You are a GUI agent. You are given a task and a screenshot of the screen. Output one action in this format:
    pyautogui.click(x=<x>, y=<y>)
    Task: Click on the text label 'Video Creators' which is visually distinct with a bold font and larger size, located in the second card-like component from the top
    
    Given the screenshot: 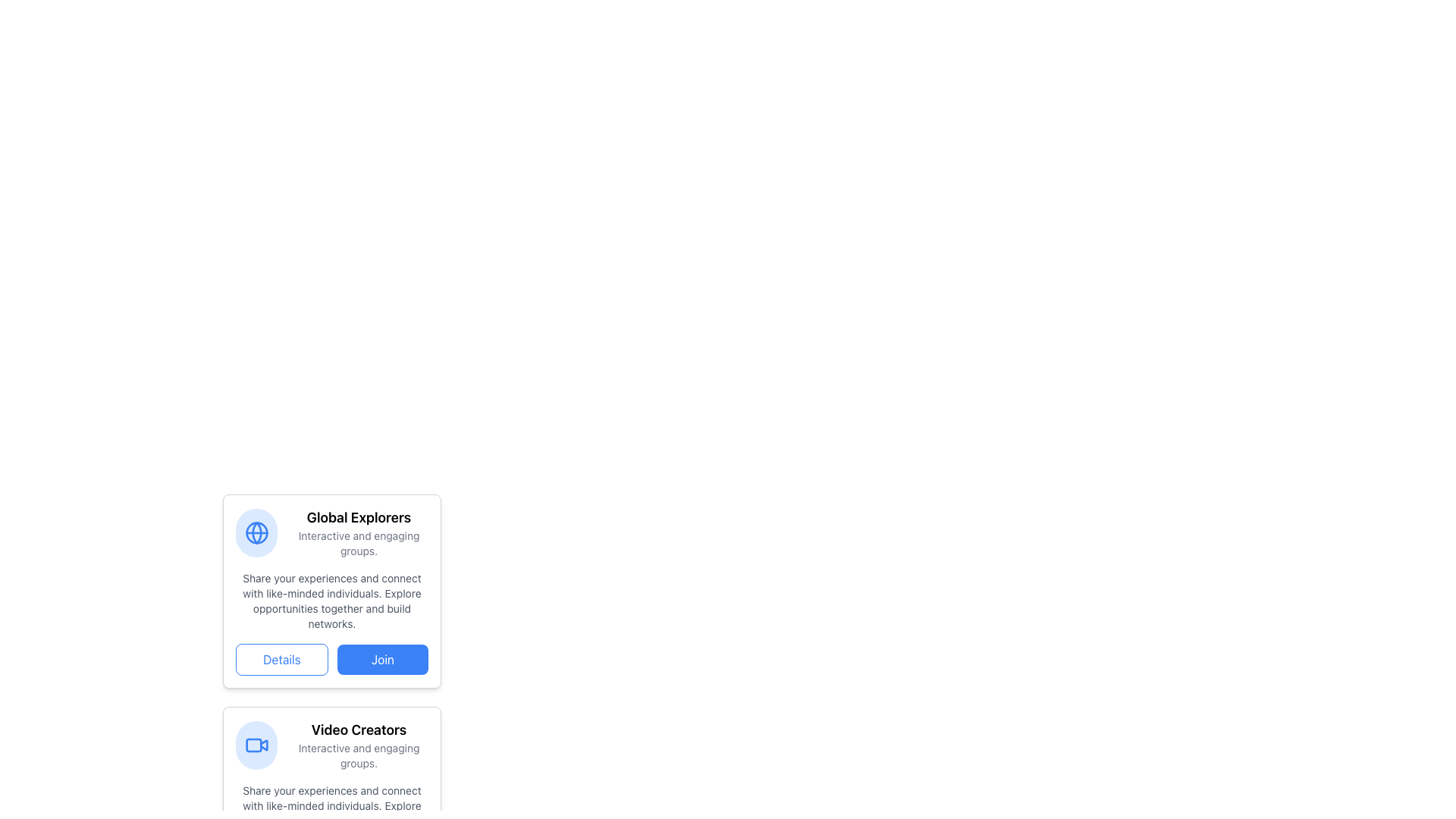 What is the action you would take?
    pyautogui.click(x=358, y=730)
    